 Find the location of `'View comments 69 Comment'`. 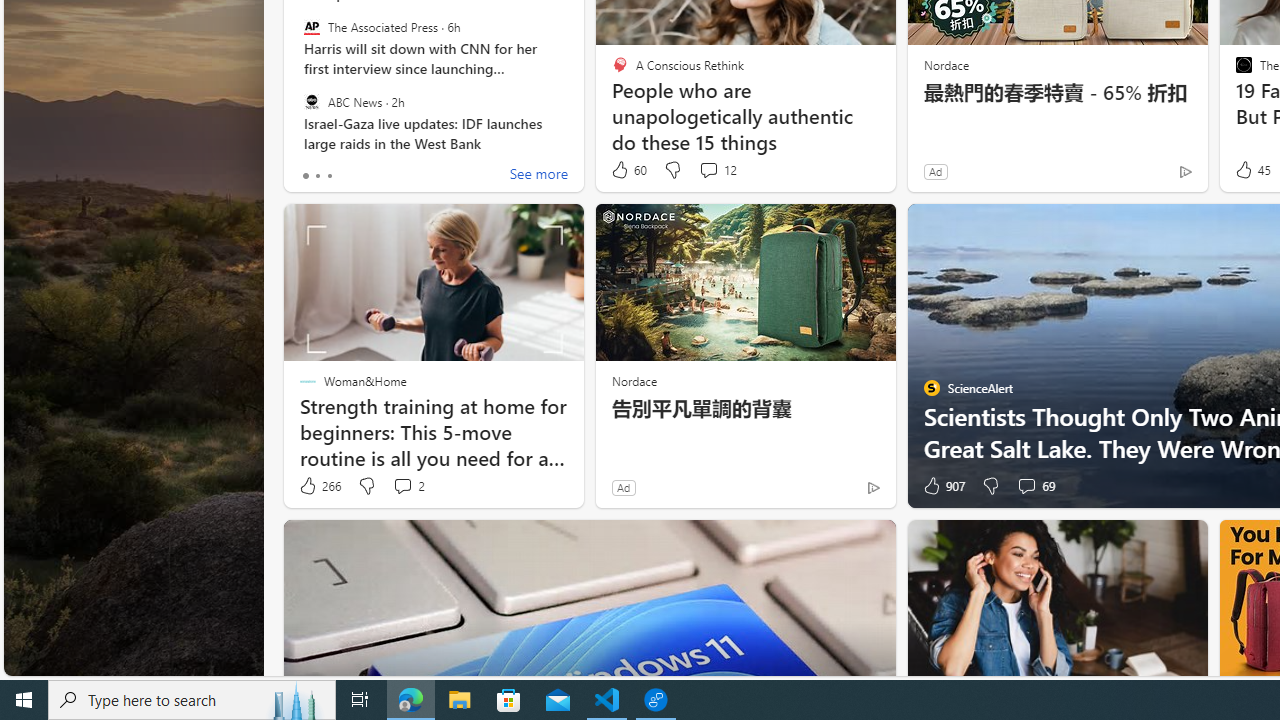

'View comments 69 Comment' is located at coordinates (1035, 486).